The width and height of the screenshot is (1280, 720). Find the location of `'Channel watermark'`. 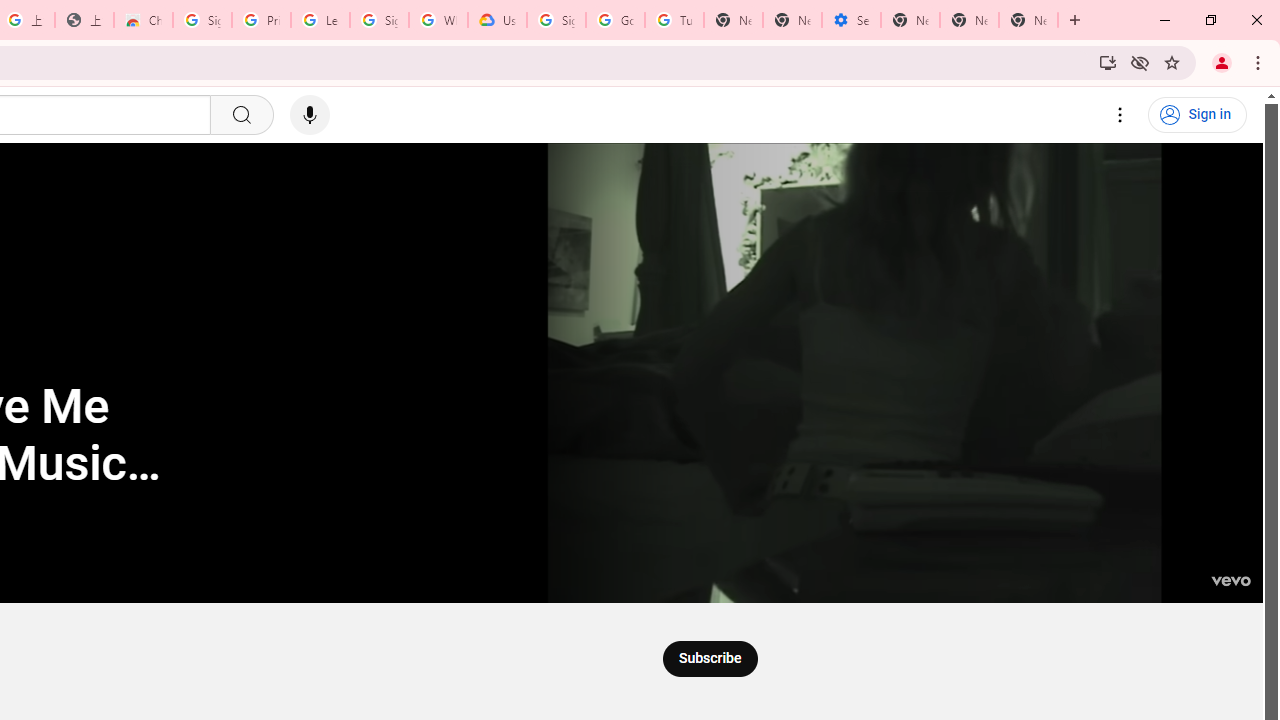

'Channel watermark' is located at coordinates (1229, 570).